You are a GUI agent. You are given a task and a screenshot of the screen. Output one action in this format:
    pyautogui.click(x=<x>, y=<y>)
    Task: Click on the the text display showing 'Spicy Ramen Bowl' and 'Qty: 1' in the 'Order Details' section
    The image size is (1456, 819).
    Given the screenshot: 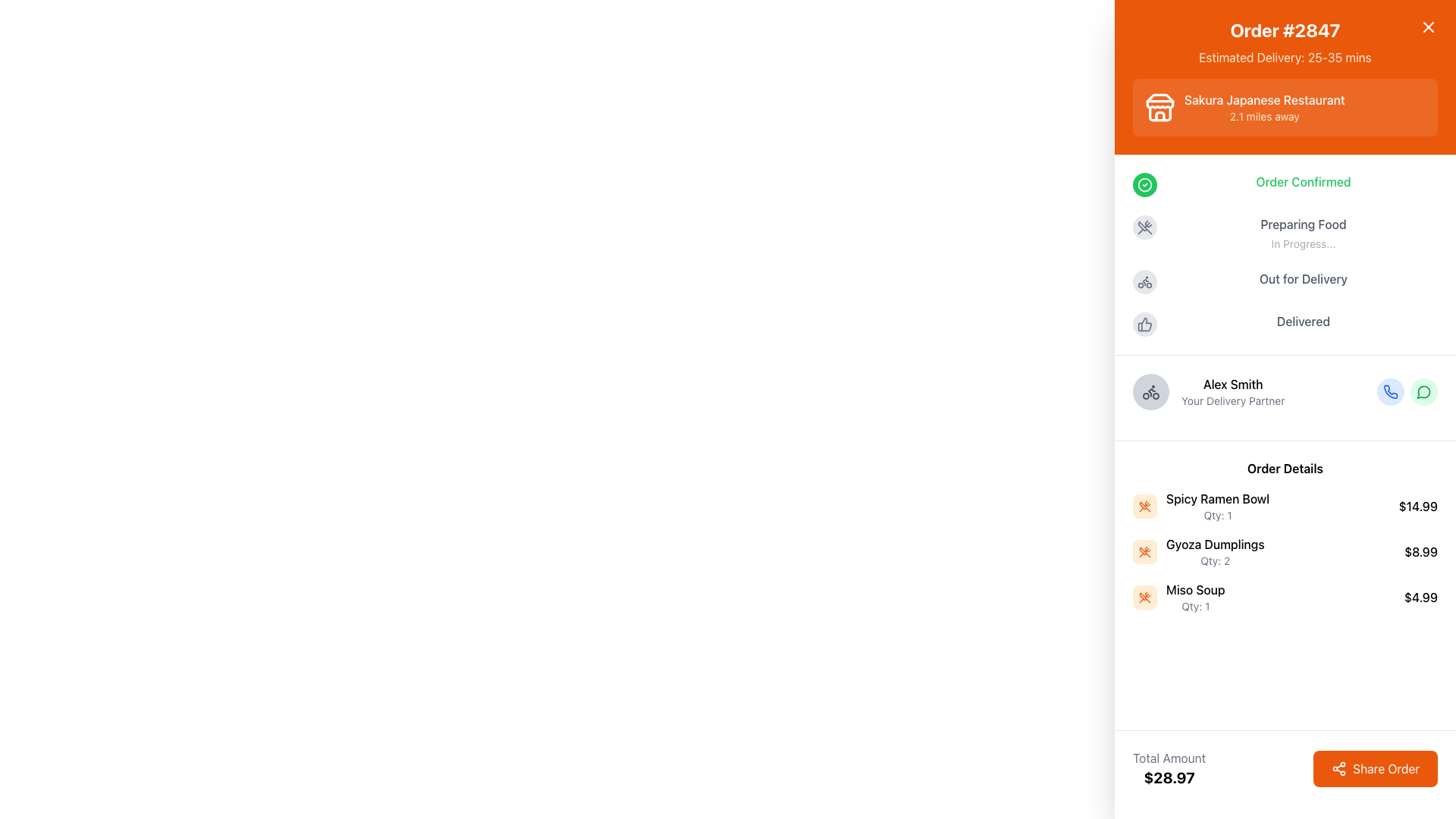 What is the action you would take?
    pyautogui.click(x=1218, y=506)
    